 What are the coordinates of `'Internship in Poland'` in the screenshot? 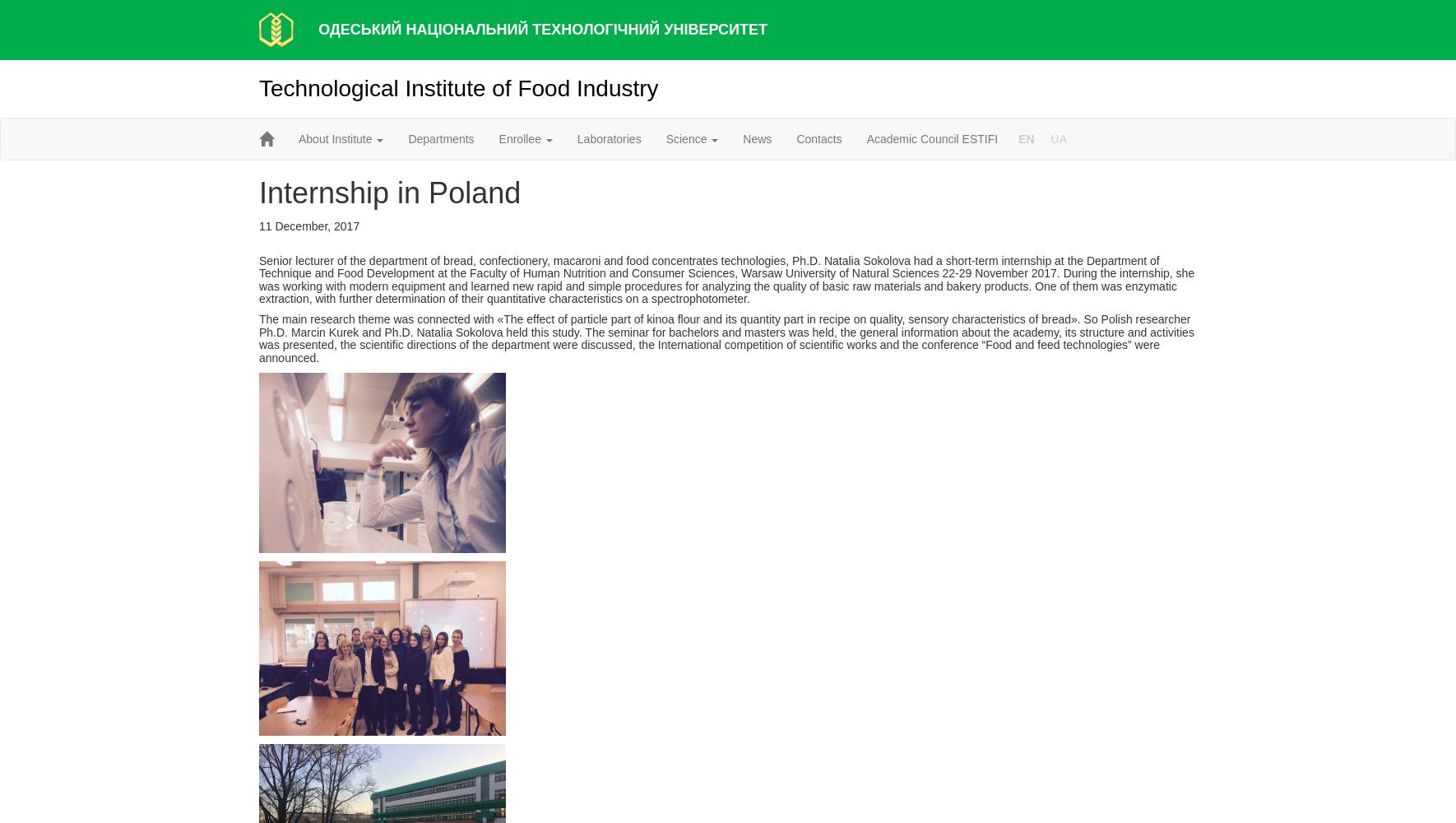 It's located at (390, 192).